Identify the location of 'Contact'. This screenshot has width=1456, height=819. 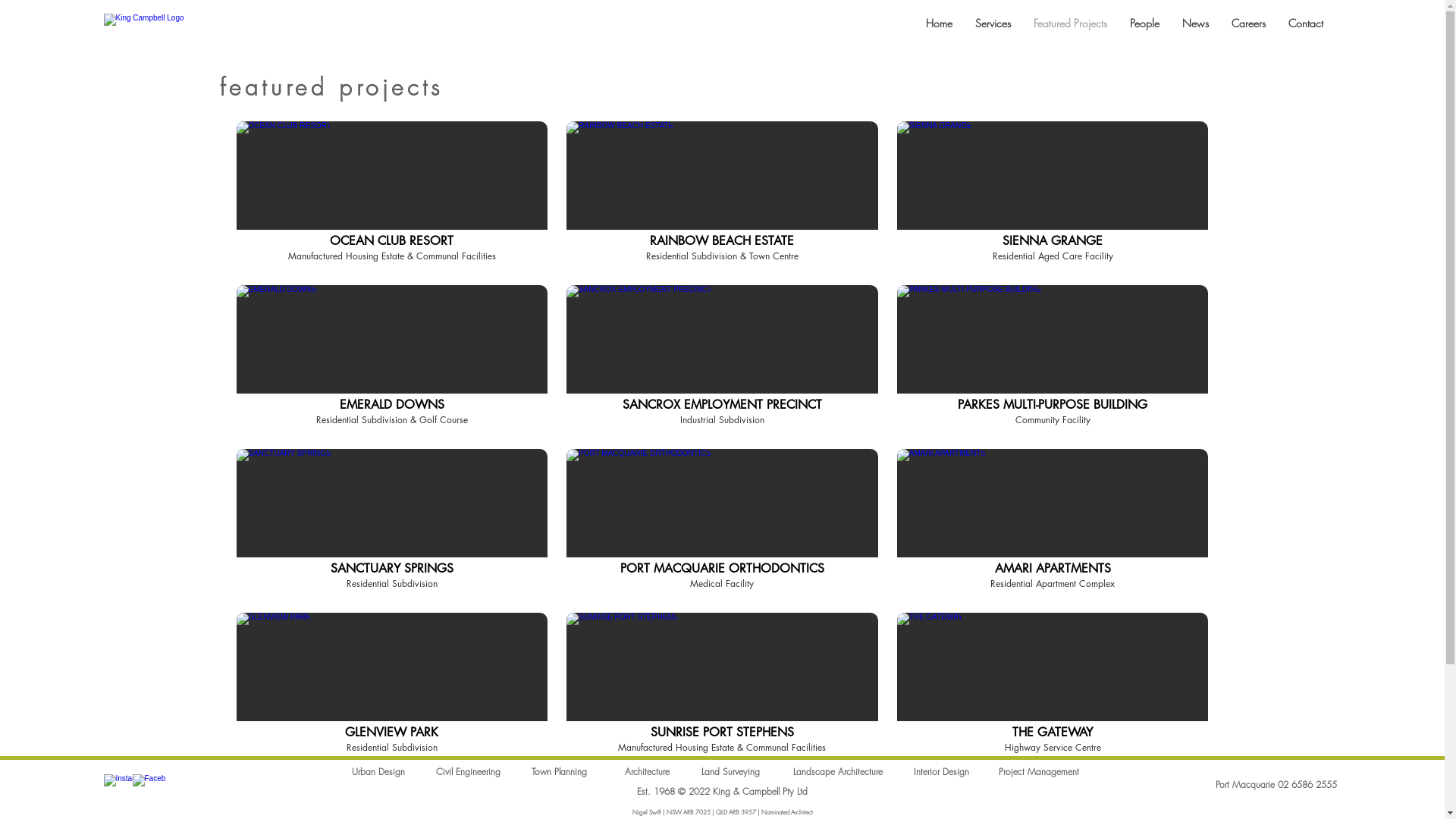
(1276, 23).